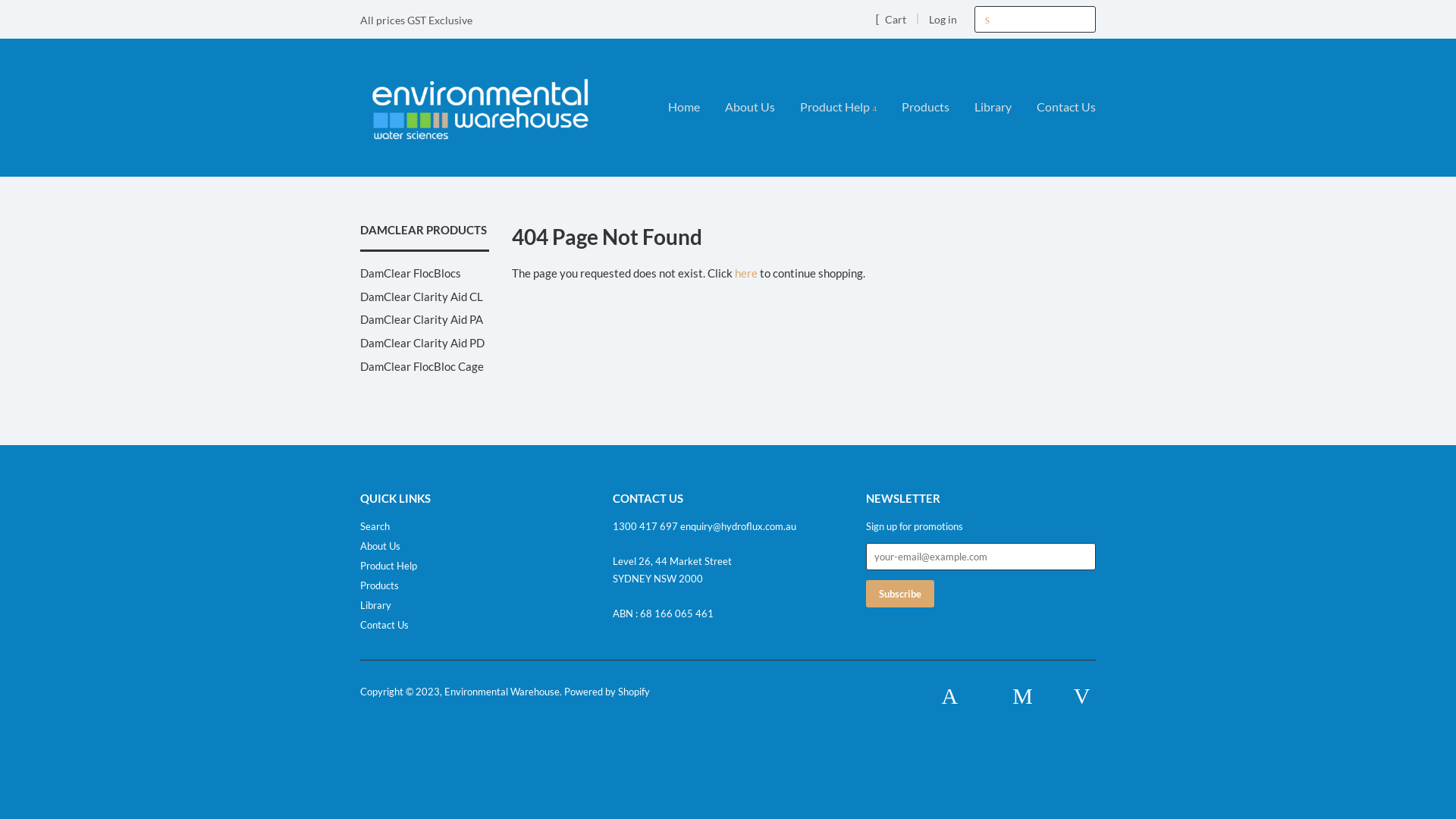 The image size is (1456, 819). Describe the element at coordinates (837, 106) in the screenshot. I see `'Product Help'` at that location.